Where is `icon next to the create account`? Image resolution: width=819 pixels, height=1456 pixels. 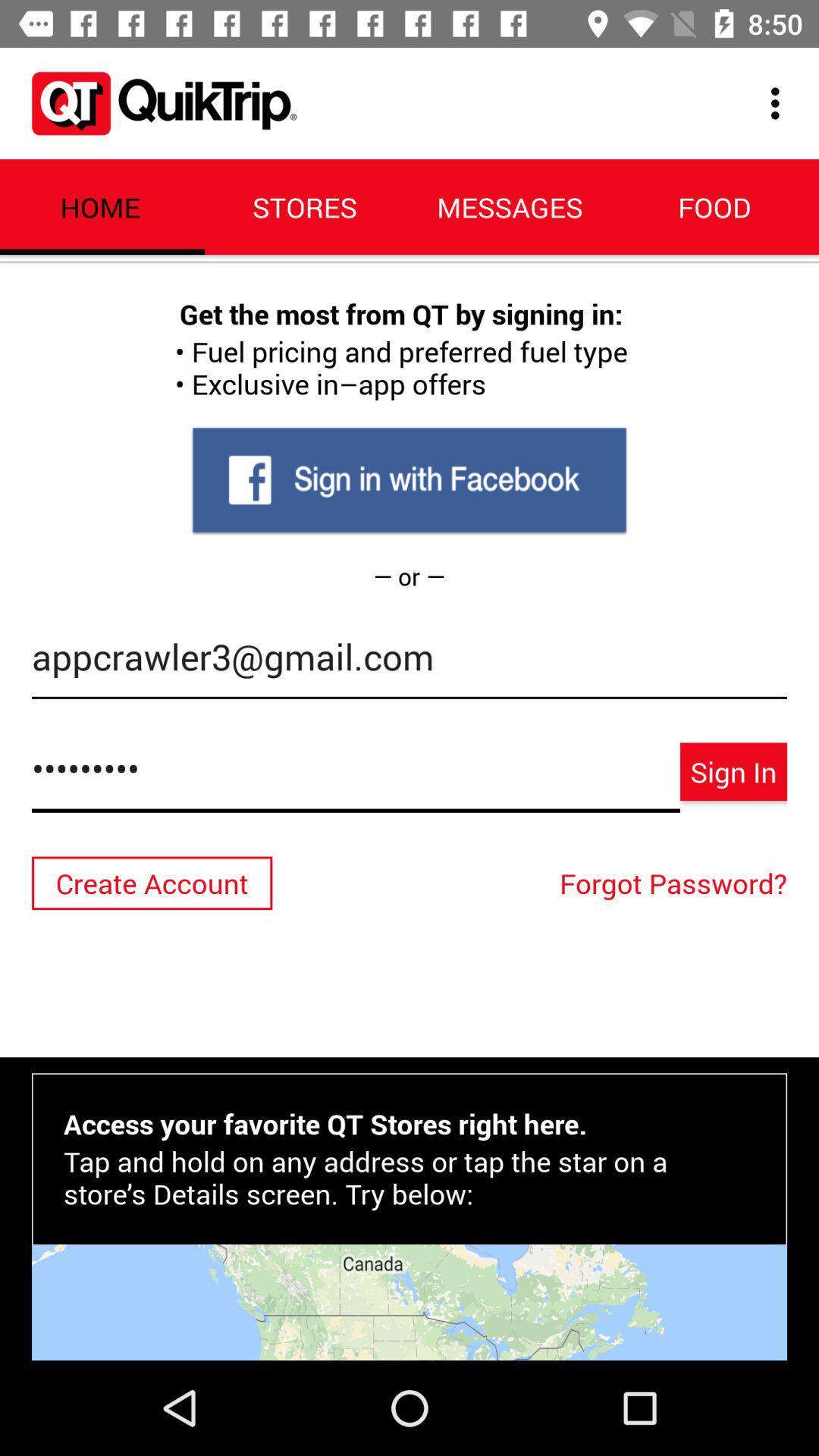 icon next to the create account is located at coordinates (676, 883).